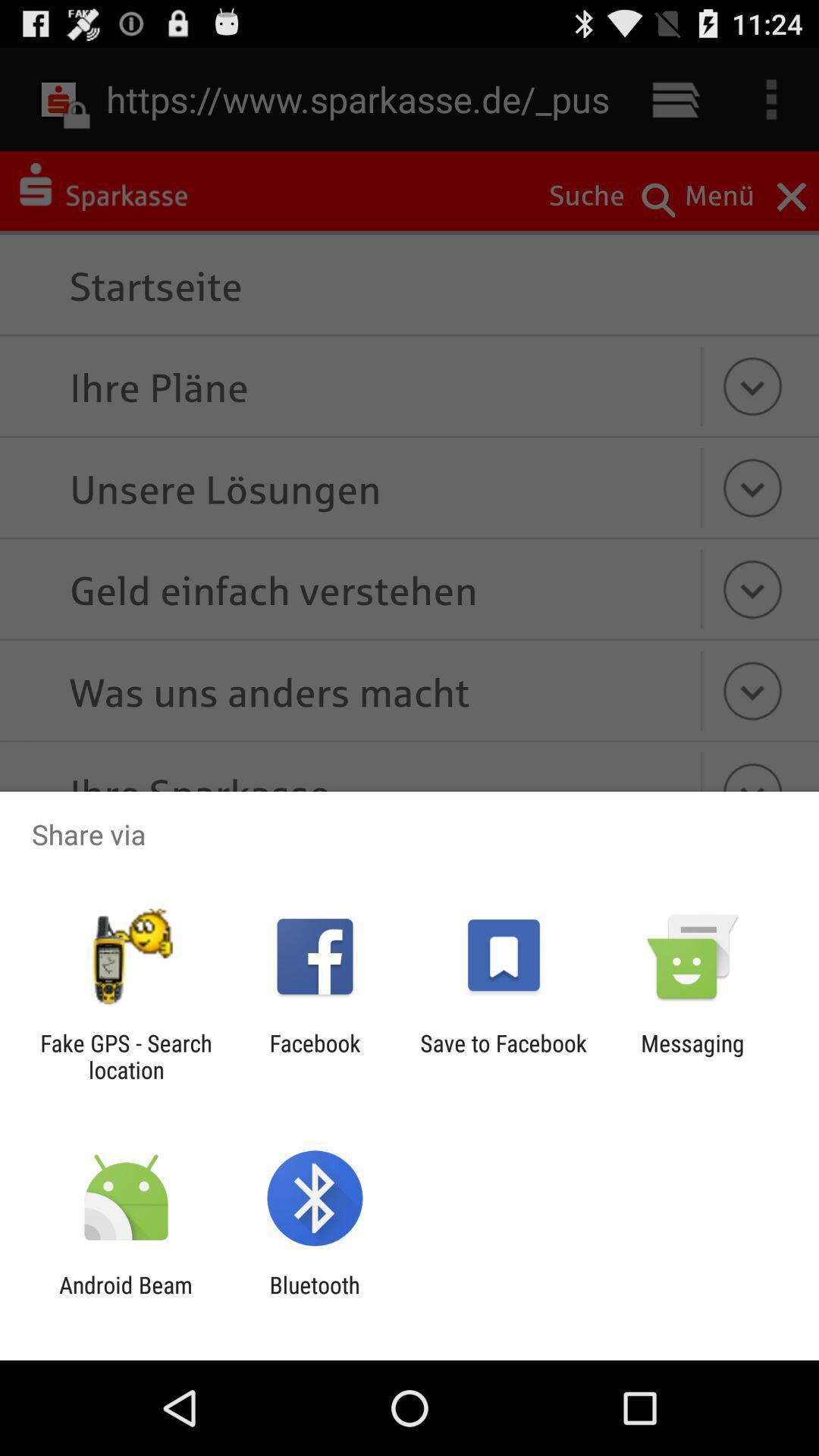 Image resolution: width=819 pixels, height=1456 pixels. Describe the element at coordinates (314, 1298) in the screenshot. I see `the item to the right of android beam app` at that location.